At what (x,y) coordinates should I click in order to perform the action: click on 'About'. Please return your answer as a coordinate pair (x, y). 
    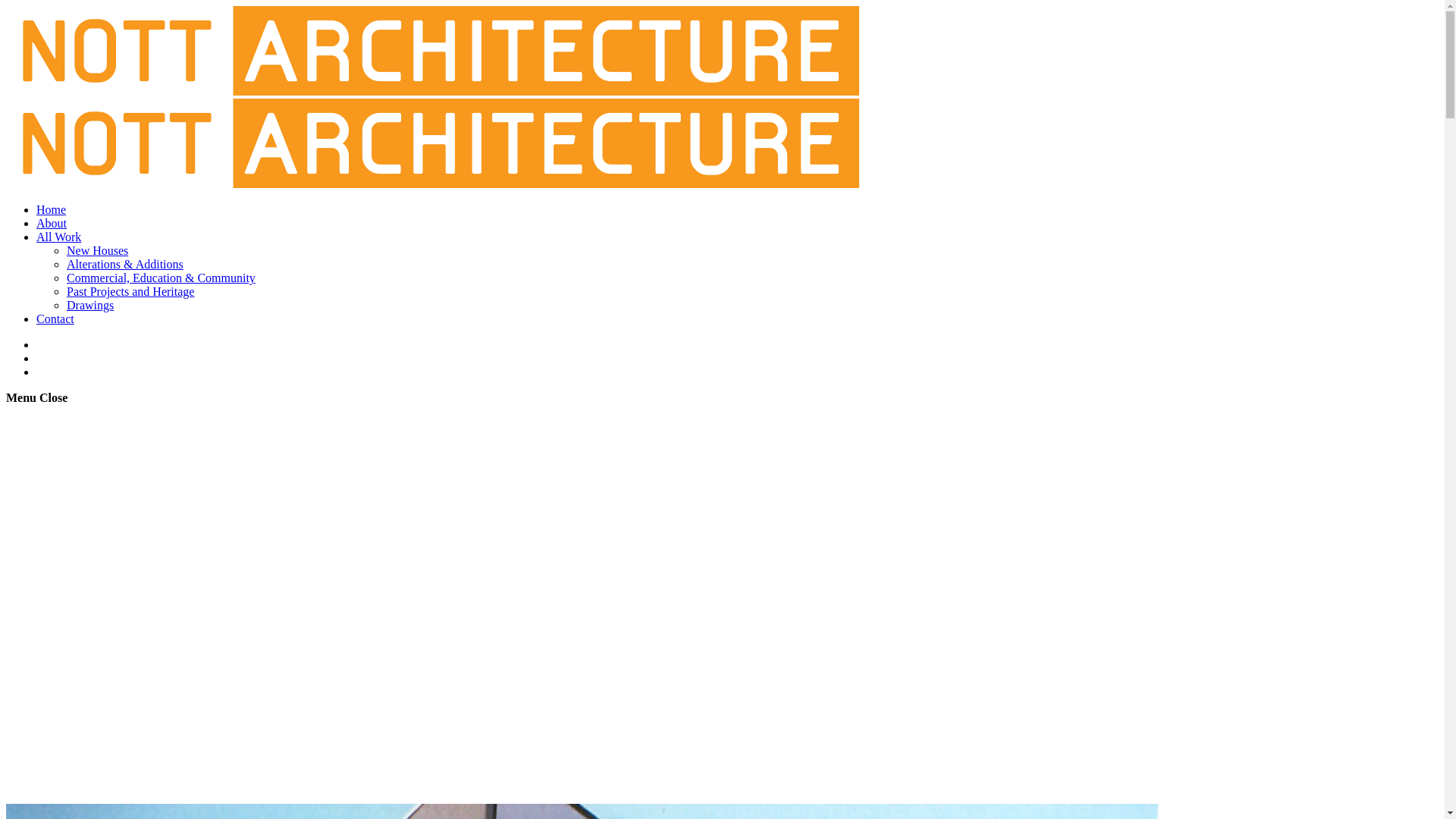
    Looking at the image, I should click on (51, 223).